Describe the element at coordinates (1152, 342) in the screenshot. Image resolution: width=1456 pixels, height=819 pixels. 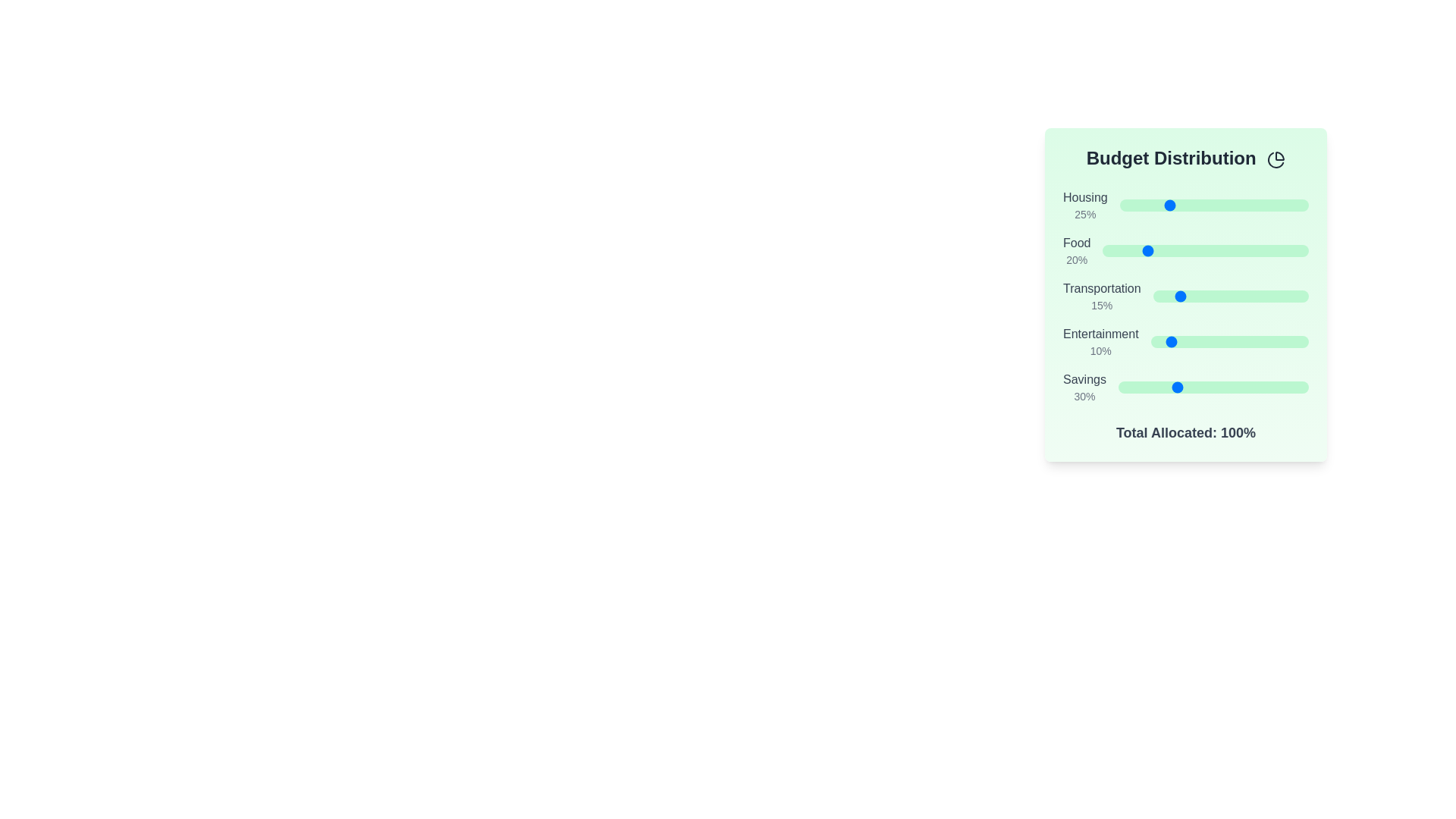
I see `the slider for 'Entertainment' to set its percentage to 1` at that location.